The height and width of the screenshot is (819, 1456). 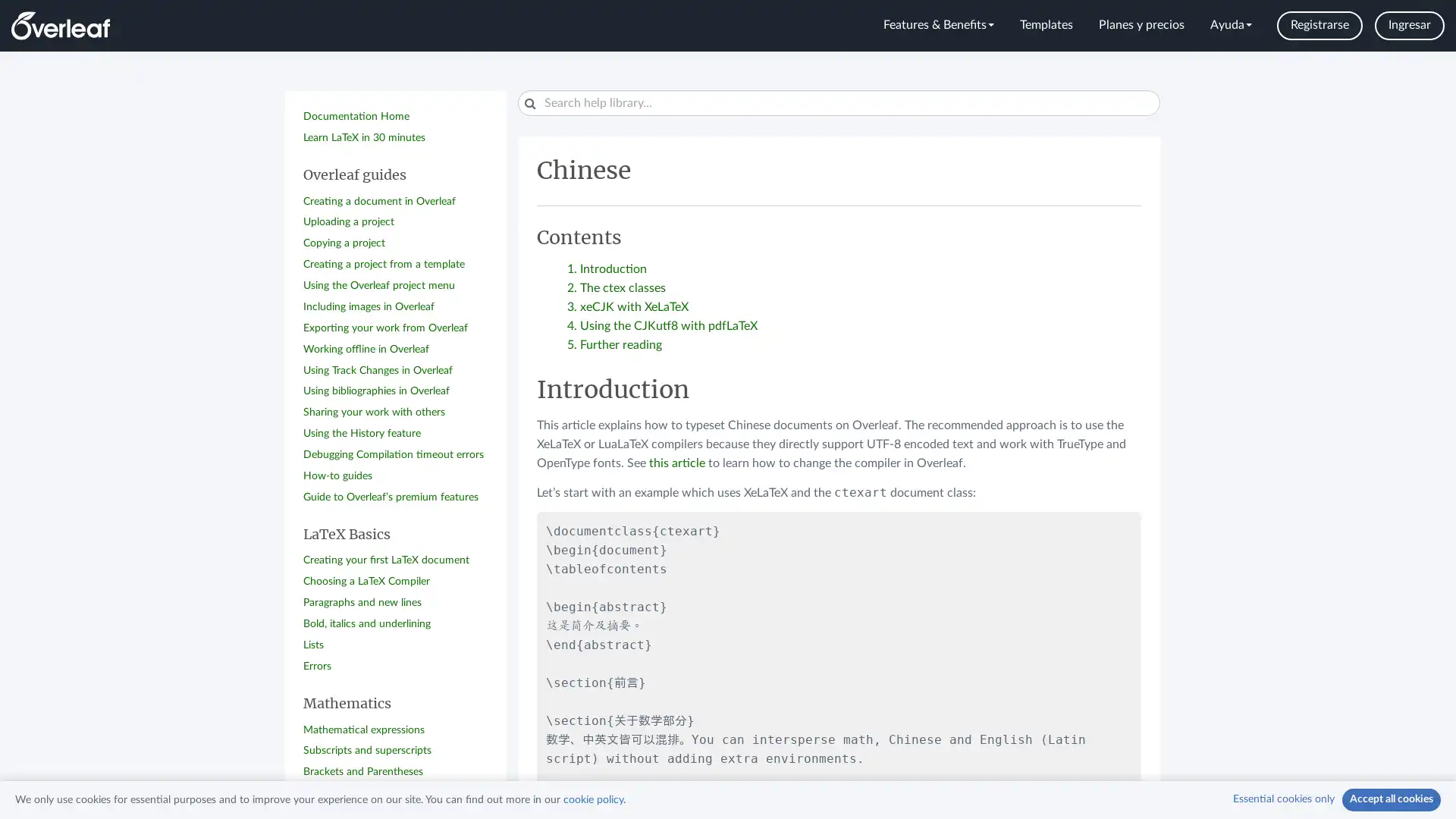 I want to click on Essential cookies only, so click(x=1283, y=799).